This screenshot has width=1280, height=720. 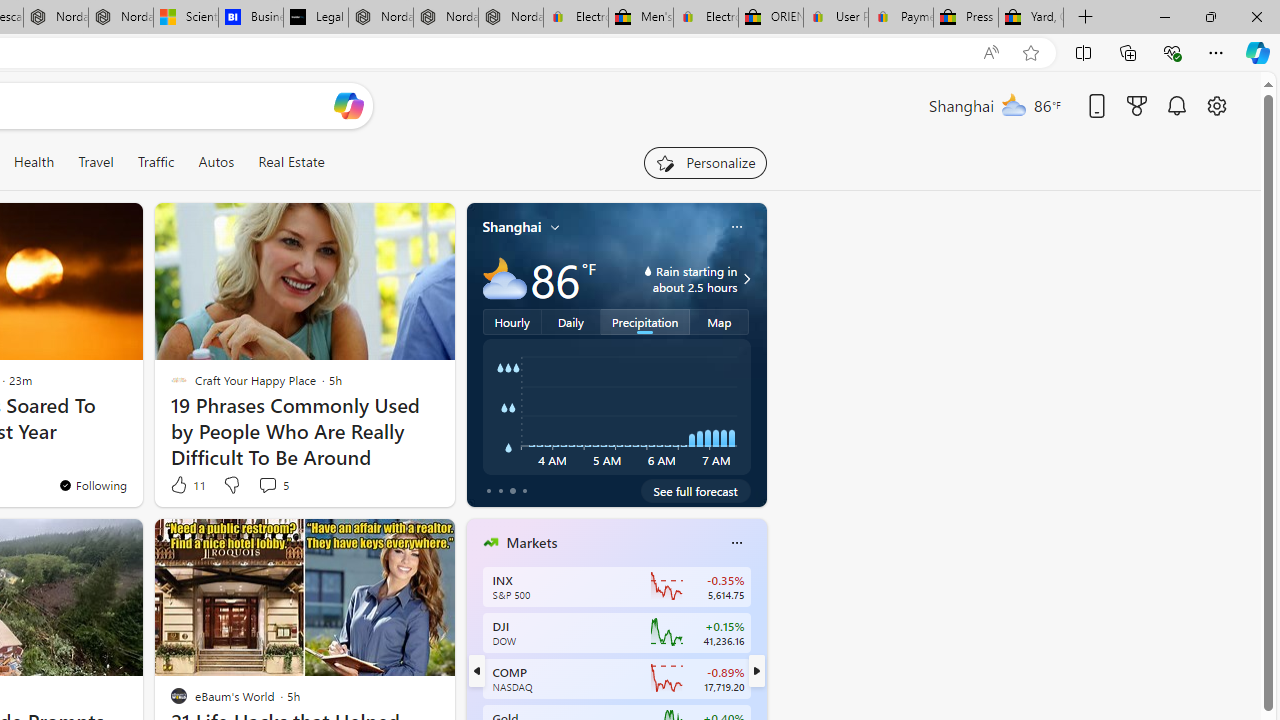 What do you see at coordinates (216, 161) in the screenshot?
I see `'Autos'` at bounding box center [216, 161].